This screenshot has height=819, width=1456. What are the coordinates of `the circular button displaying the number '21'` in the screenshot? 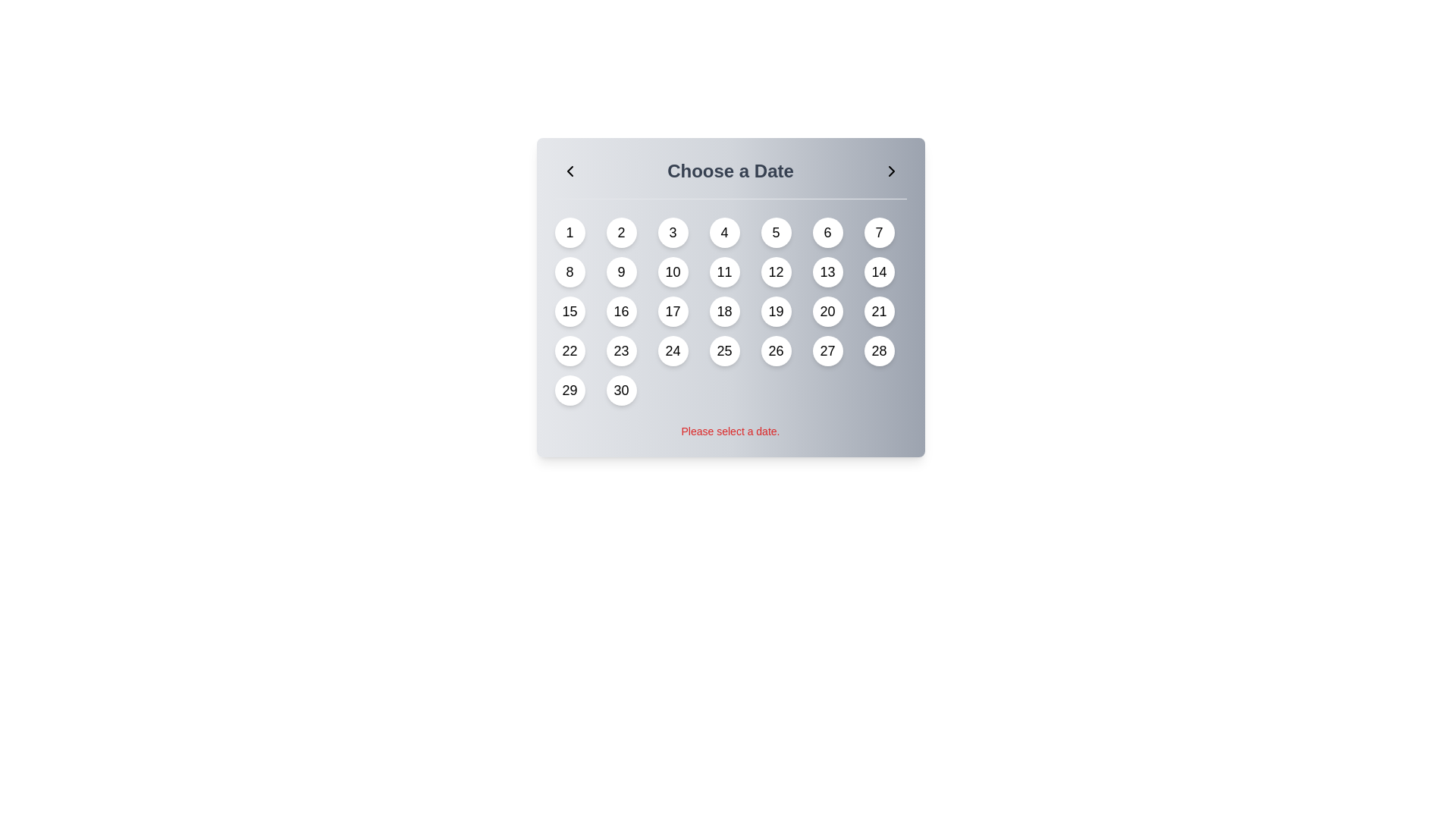 It's located at (879, 311).